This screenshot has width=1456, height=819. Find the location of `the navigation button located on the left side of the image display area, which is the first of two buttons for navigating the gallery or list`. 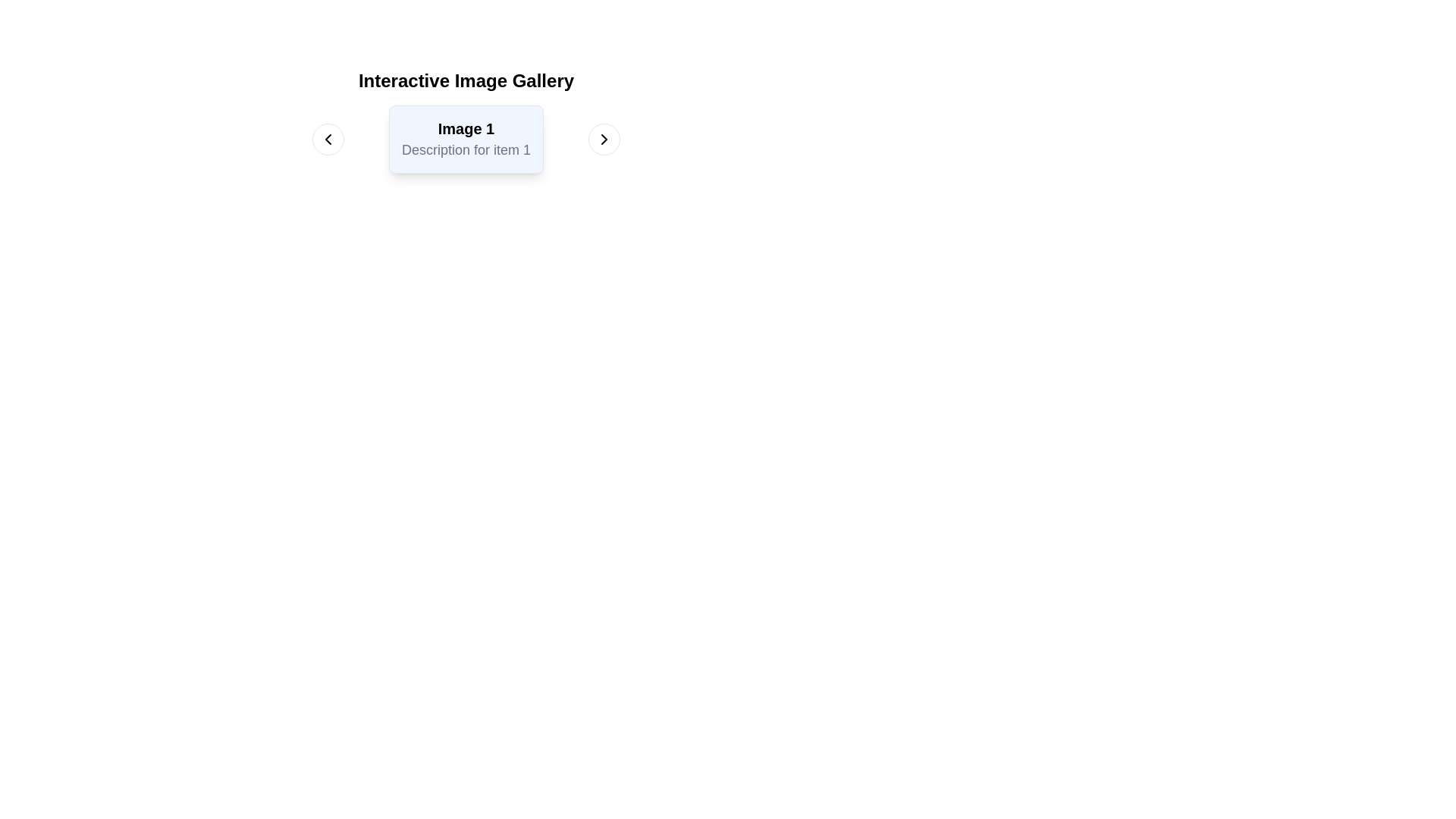

the navigation button located on the left side of the image display area, which is the first of two buttons for navigating the gallery or list is located at coordinates (327, 140).